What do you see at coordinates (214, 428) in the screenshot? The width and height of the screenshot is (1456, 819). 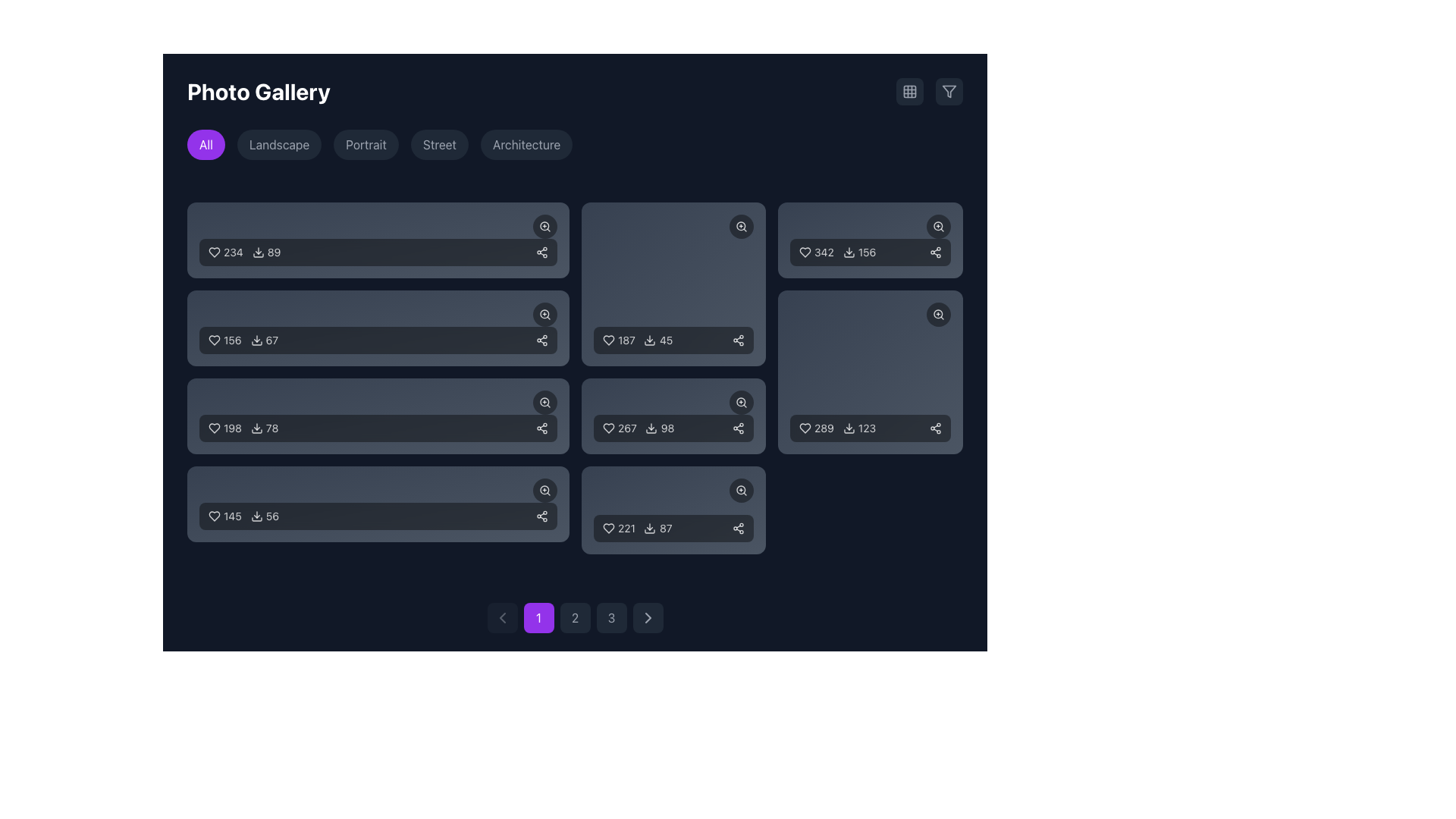 I see `the 'like' or 'favorite' icon button located in the third row of the UI card` at bounding box center [214, 428].